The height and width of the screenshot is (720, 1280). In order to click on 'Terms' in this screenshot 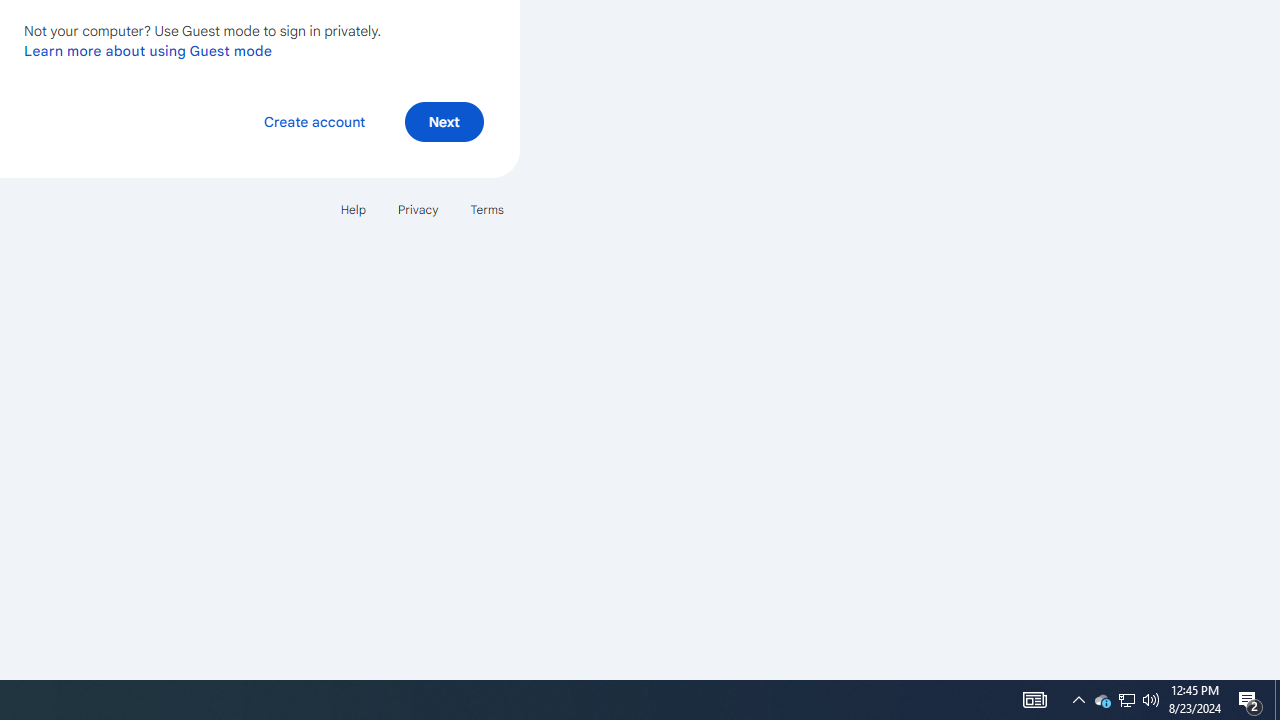, I will do `click(487, 209)`.